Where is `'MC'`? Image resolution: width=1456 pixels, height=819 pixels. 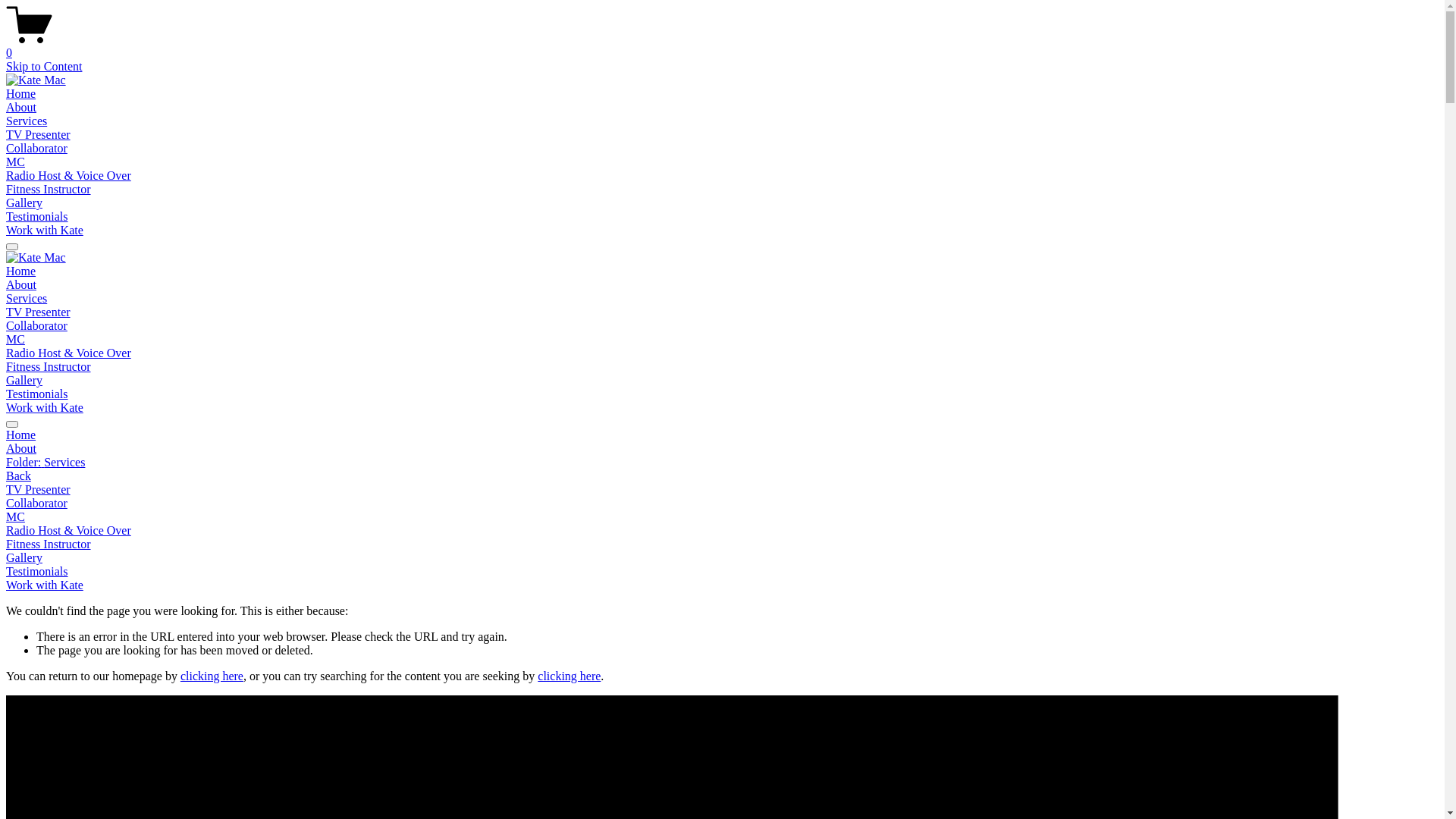 'MC' is located at coordinates (15, 162).